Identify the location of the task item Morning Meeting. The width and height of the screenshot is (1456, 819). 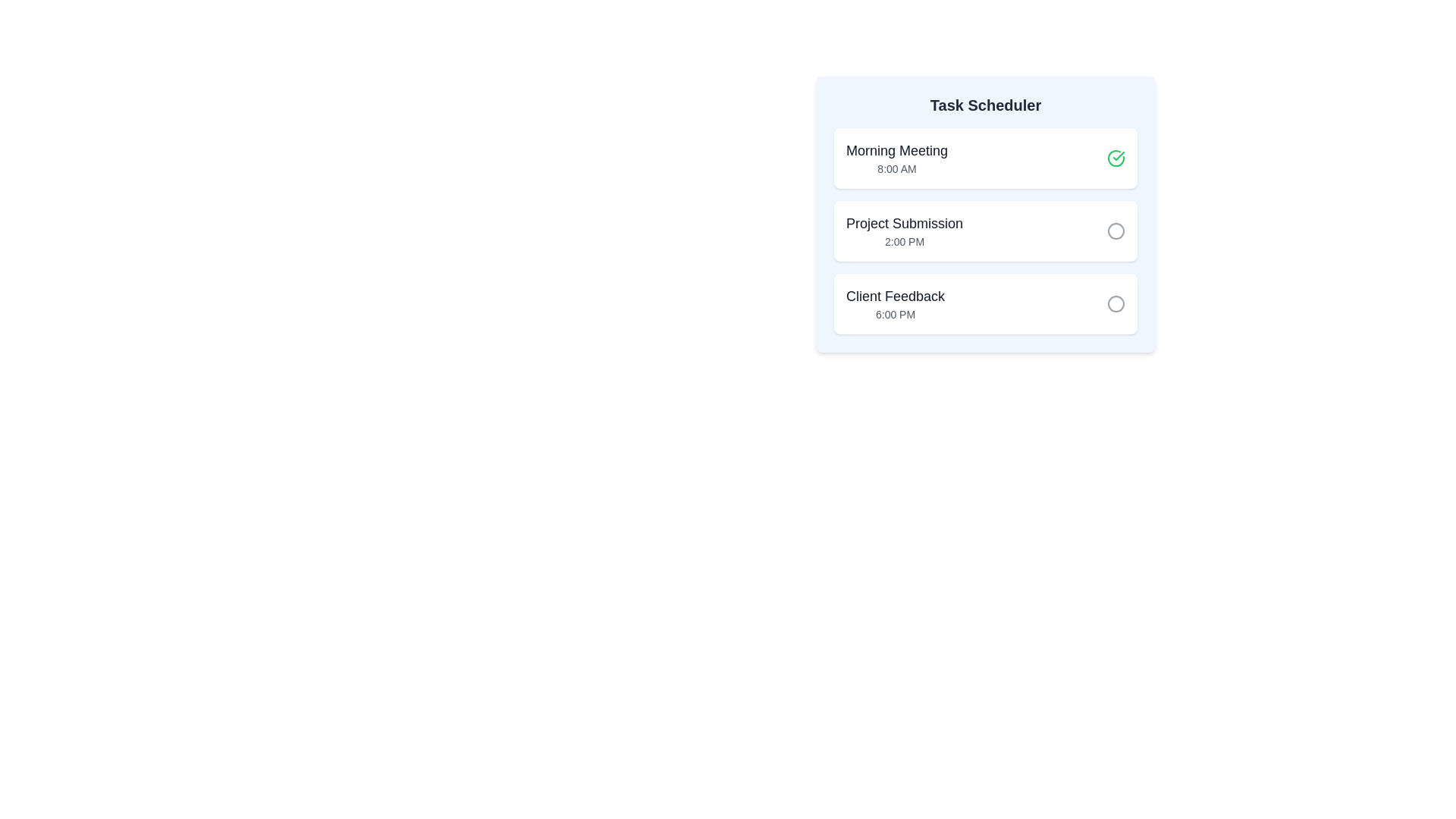
(986, 158).